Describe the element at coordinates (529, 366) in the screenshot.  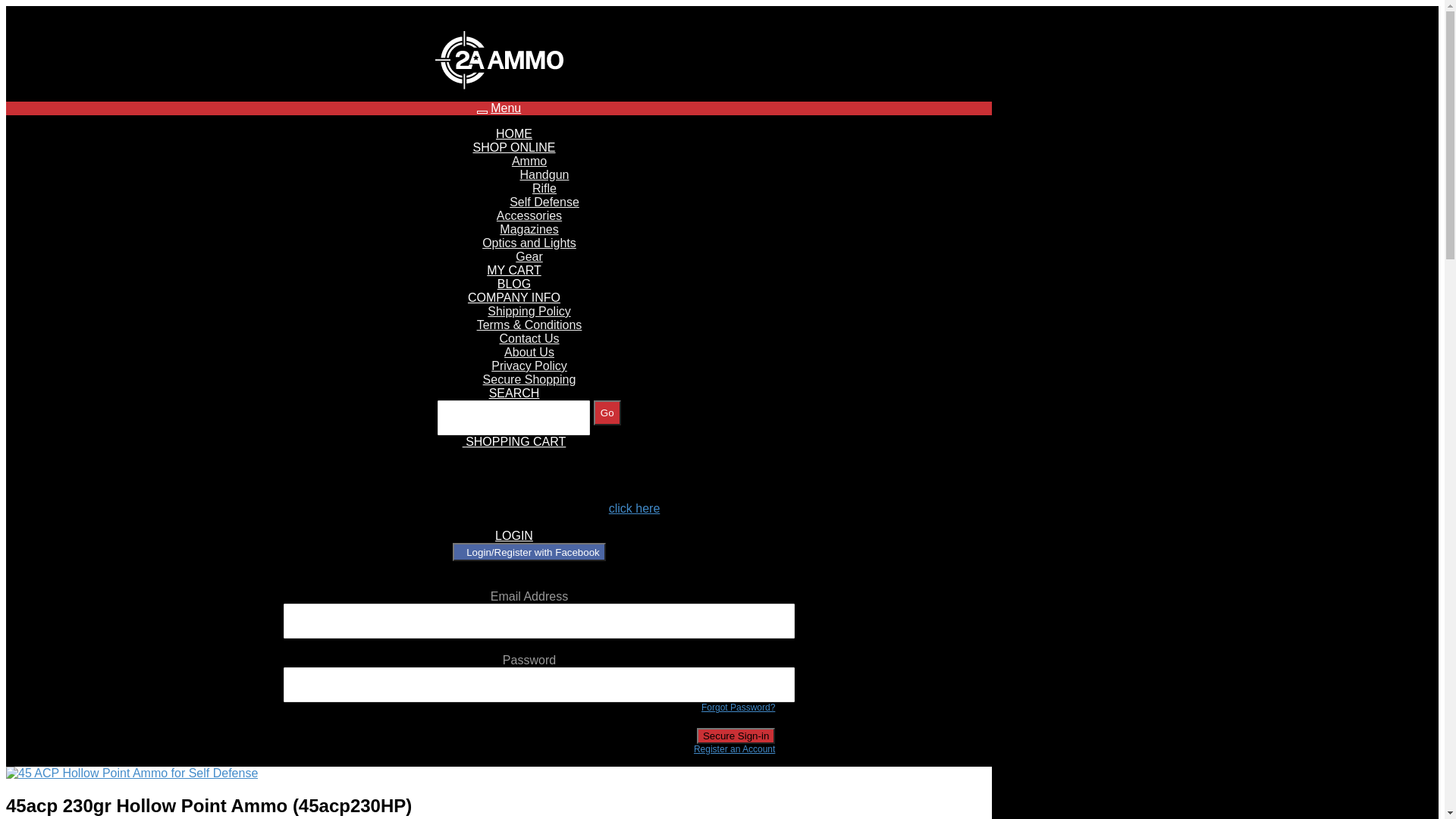
I see `'Privacy Policy'` at that location.